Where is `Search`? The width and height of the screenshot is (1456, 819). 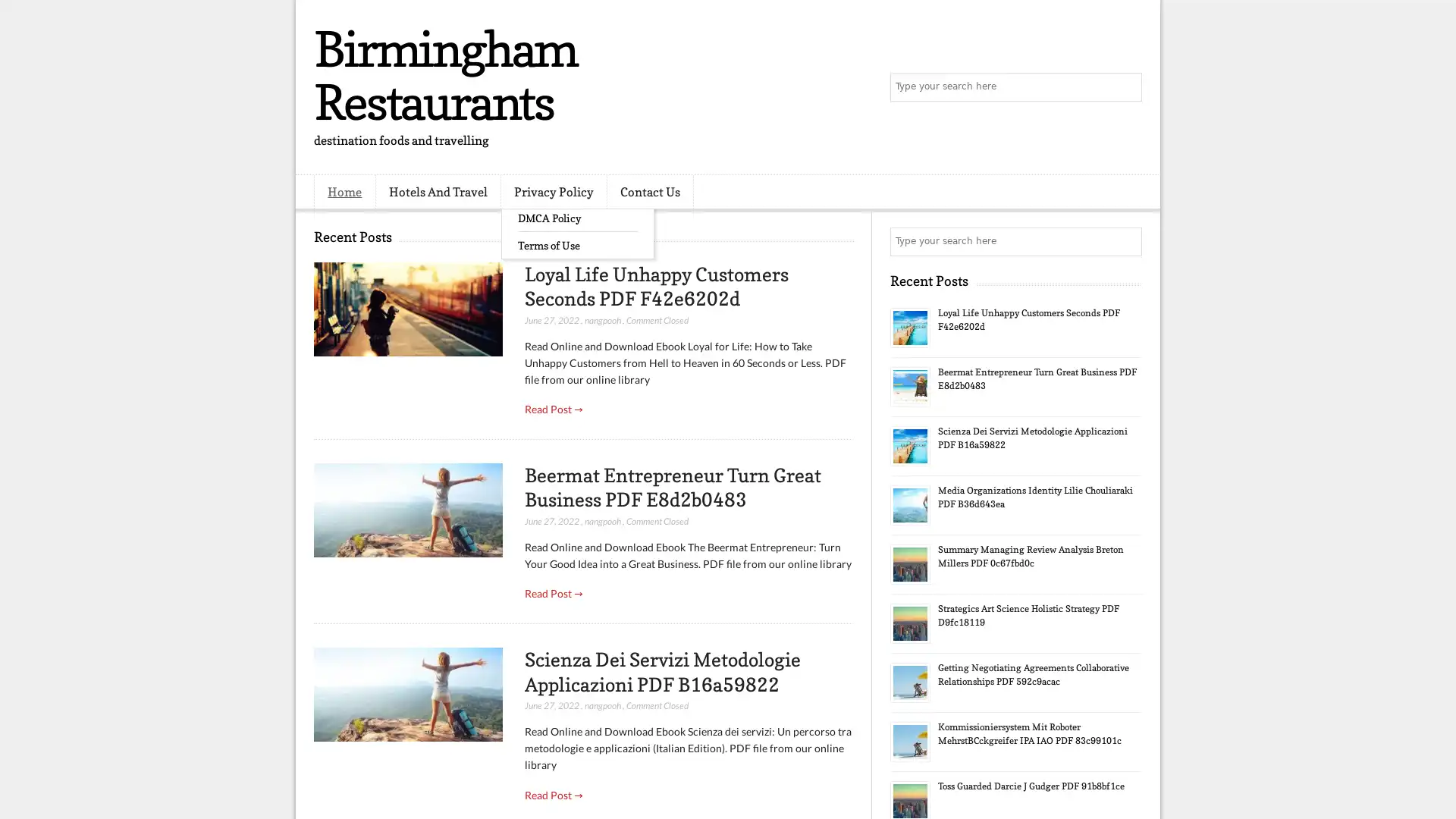 Search is located at coordinates (1126, 87).